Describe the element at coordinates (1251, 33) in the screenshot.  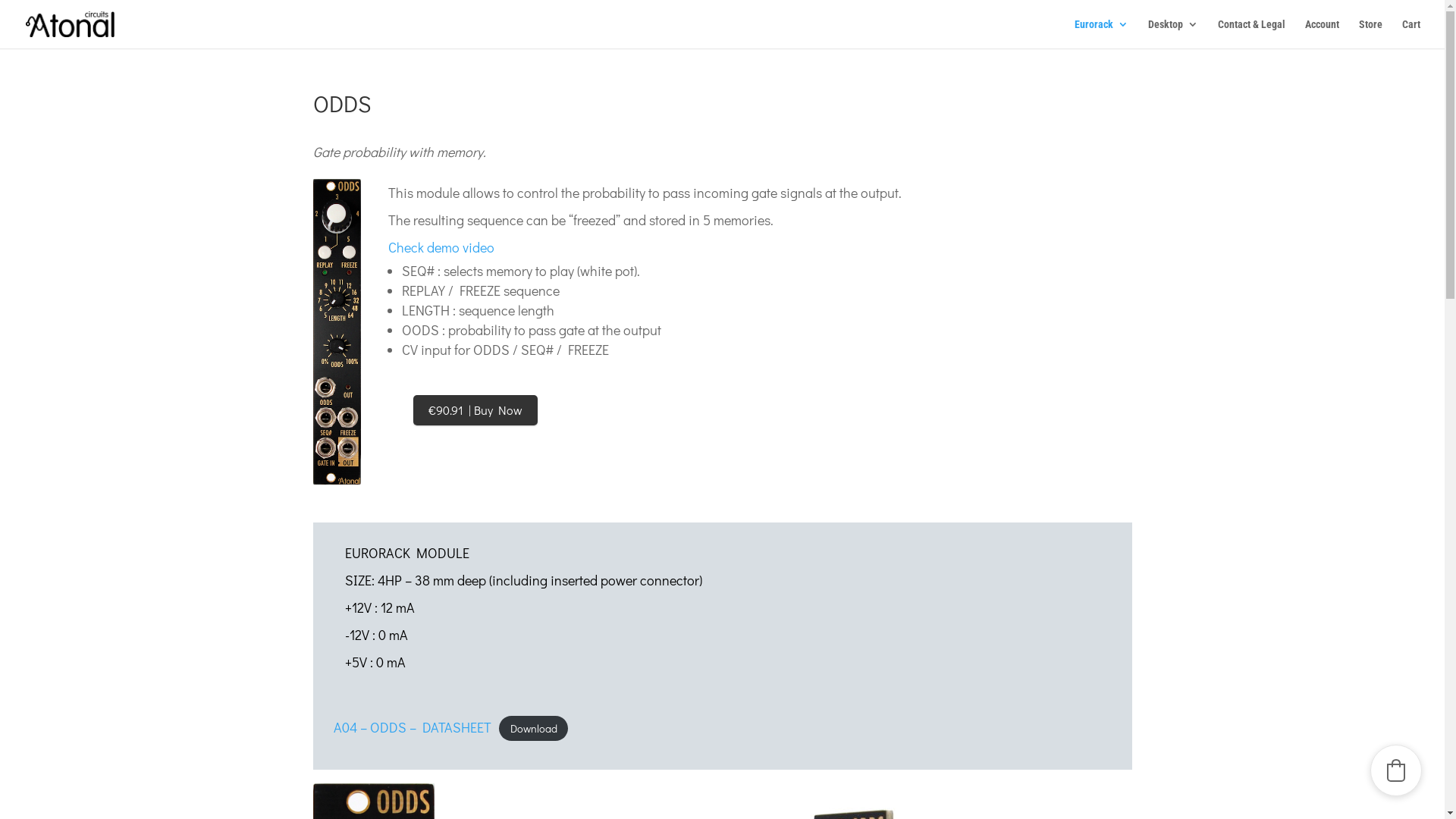
I see `'Contact & Legal'` at that location.